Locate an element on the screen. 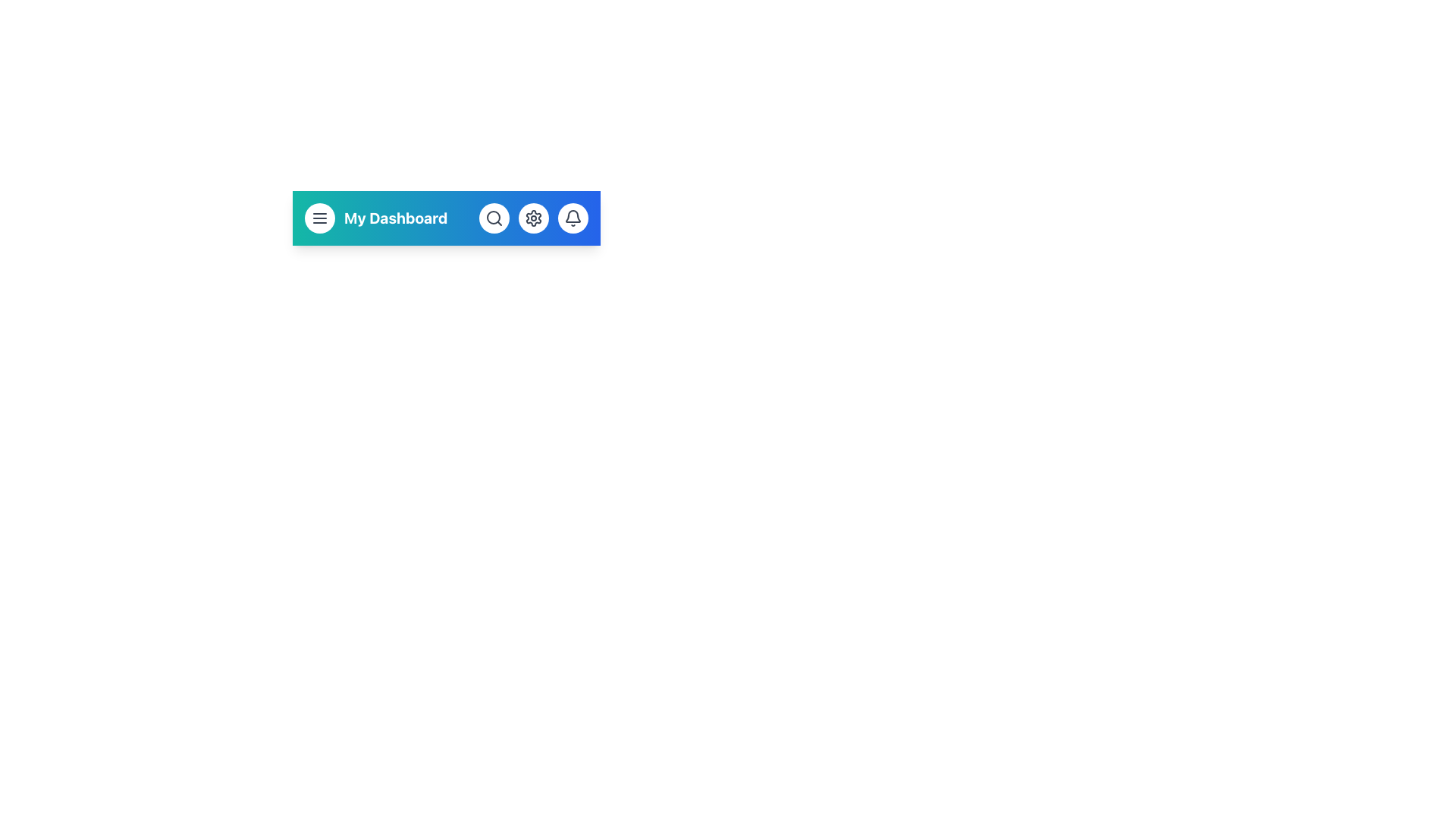 The width and height of the screenshot is (1456, 819). the menu toggle icon located on the far left of the navigation bar is located at coordinates (319, 218).